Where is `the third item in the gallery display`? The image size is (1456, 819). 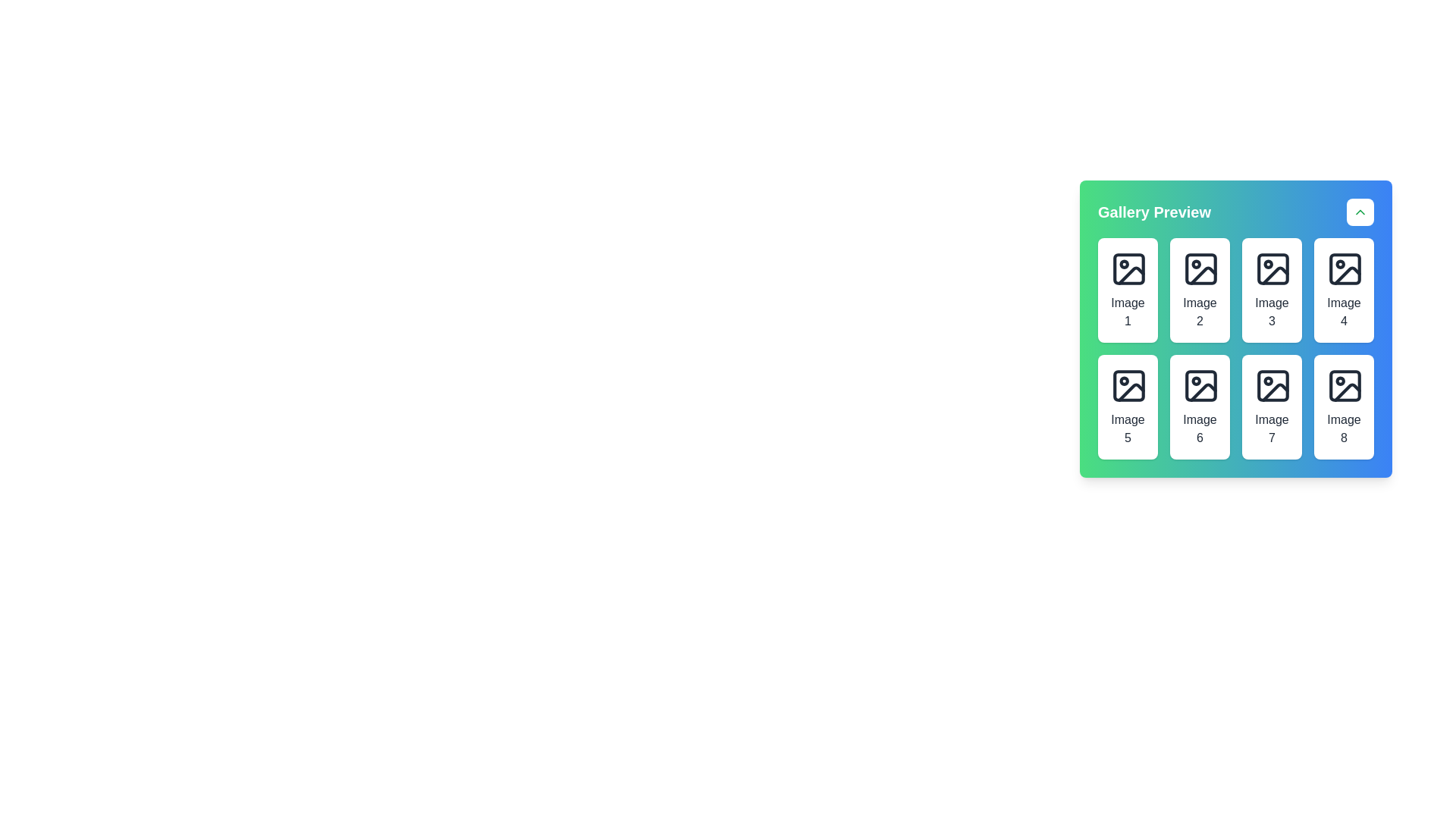 the third item in the gallery display is located at coordinates (1272, 290).